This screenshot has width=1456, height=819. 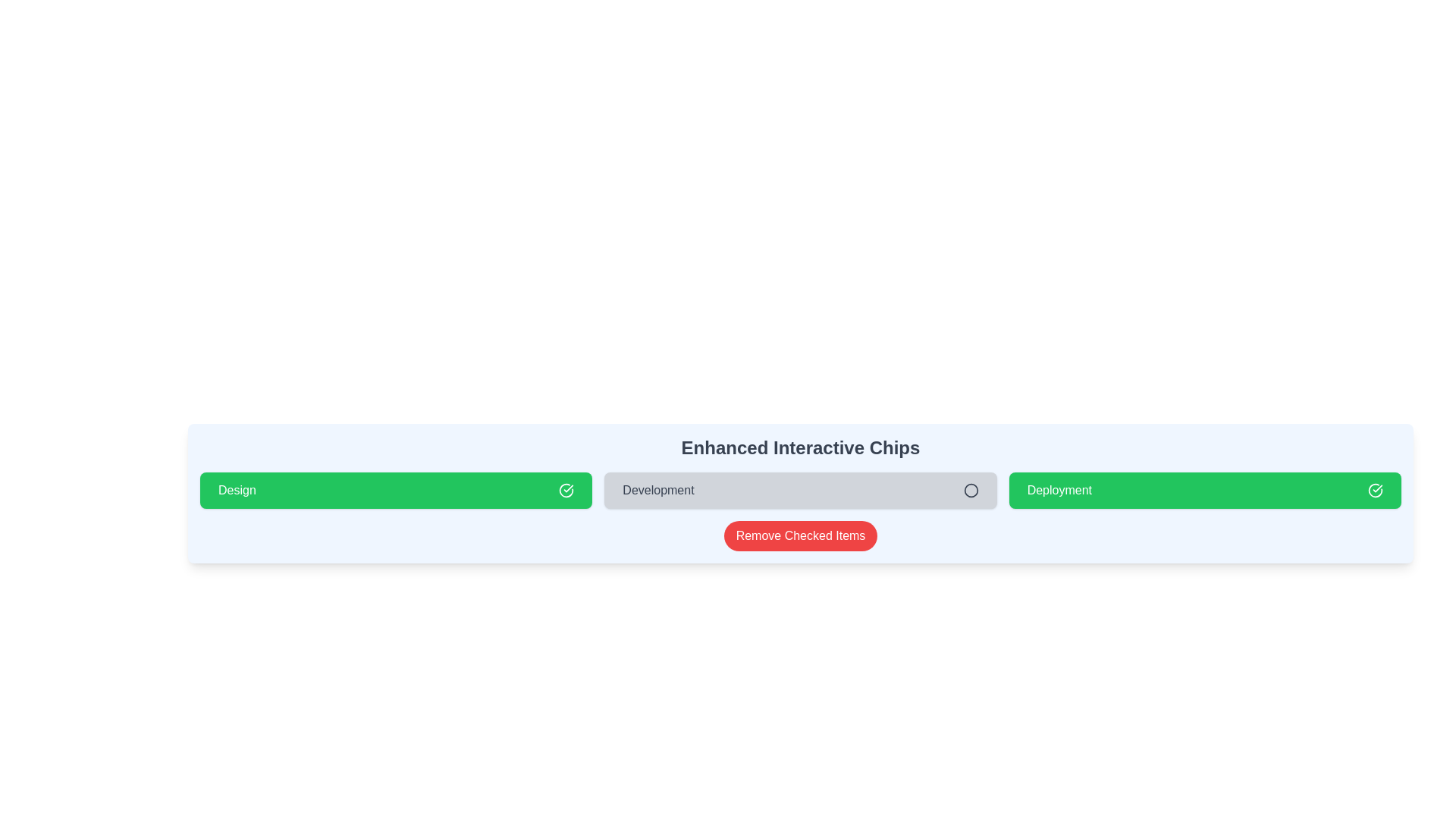 What do you see at coordinates (800, 535) in the screenshot?
I see `the 'Remove Checked Items' button to remove all checked chips` at bounding box center [800, 535].